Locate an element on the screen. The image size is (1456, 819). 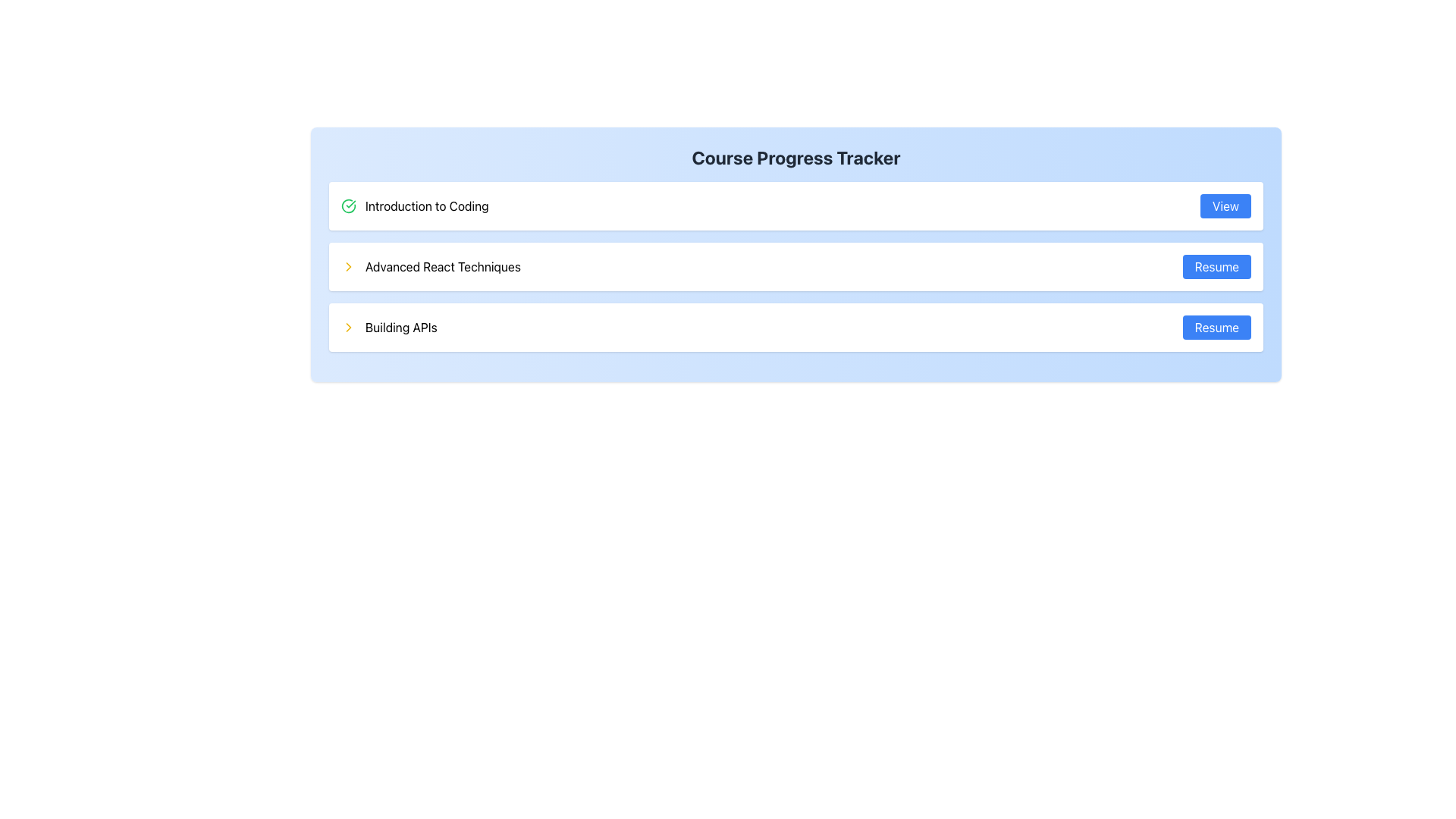
the arrow icon located in the 'Building APIs' section, which indicates additional content or actions are available is located at coordinates (348, 327).